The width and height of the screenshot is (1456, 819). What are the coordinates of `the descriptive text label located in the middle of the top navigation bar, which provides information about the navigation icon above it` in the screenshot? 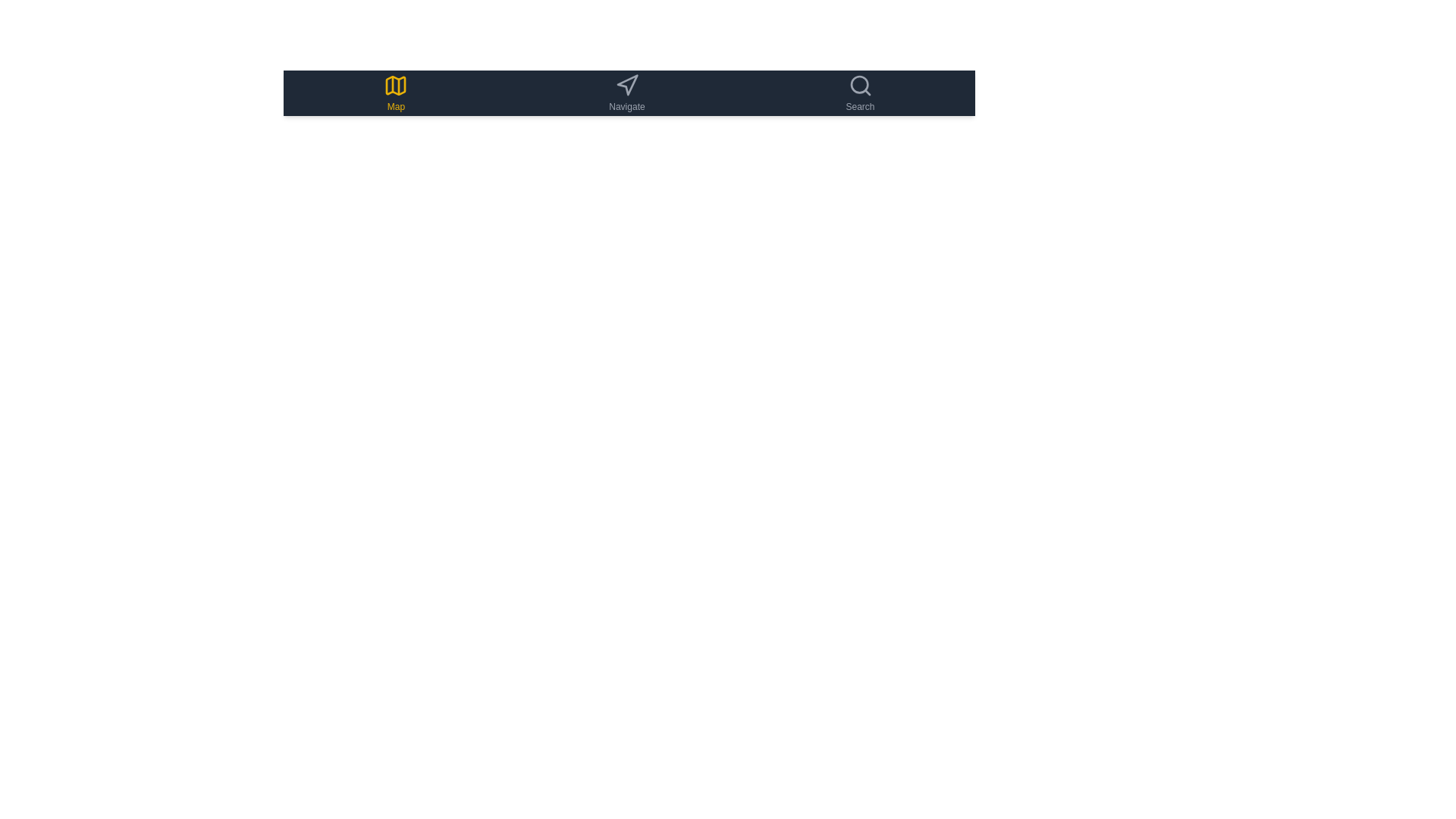 It's located at (626, 106).